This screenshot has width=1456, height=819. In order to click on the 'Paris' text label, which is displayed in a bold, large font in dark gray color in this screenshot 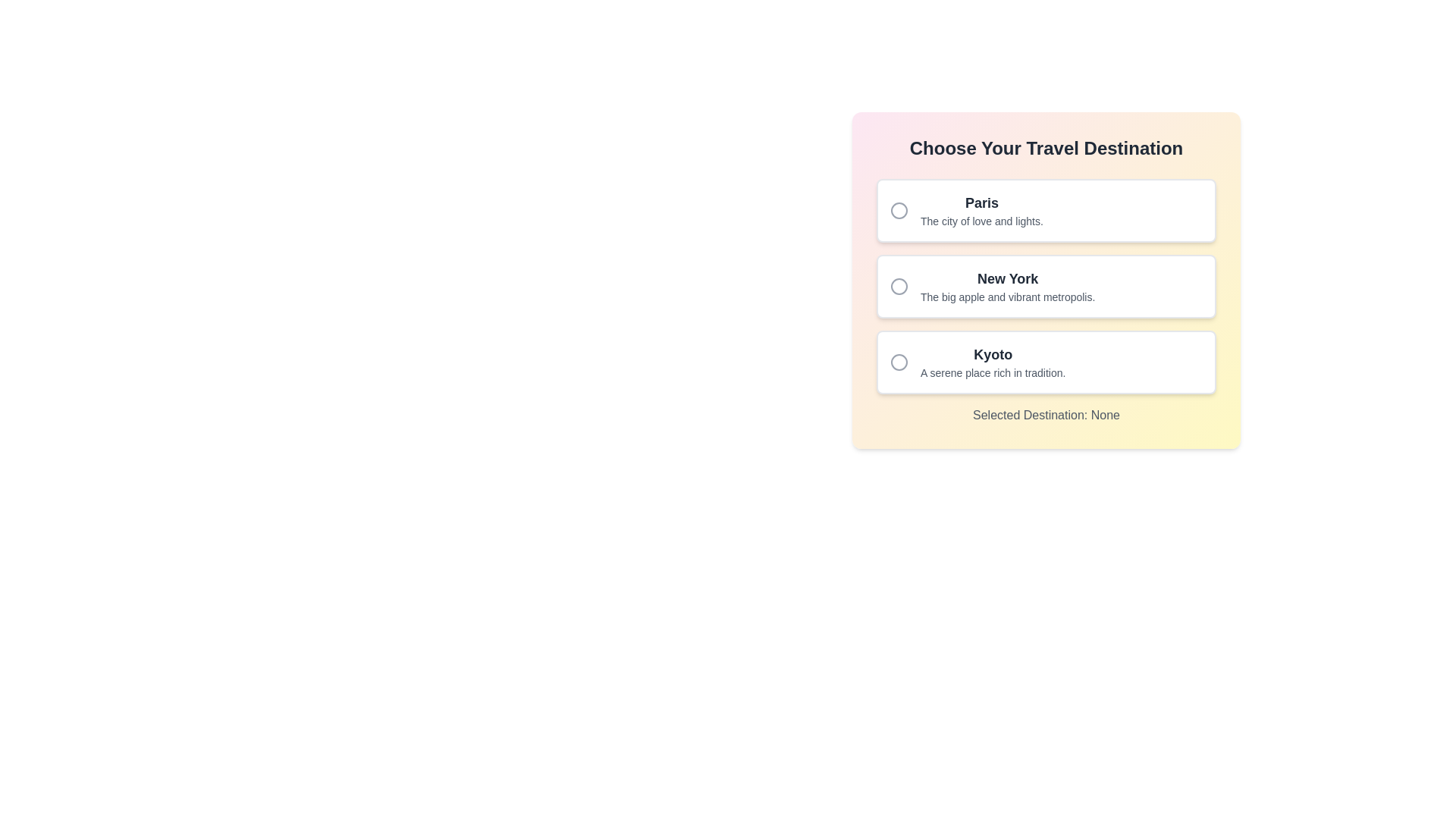, I will do `click(981, 202)`.